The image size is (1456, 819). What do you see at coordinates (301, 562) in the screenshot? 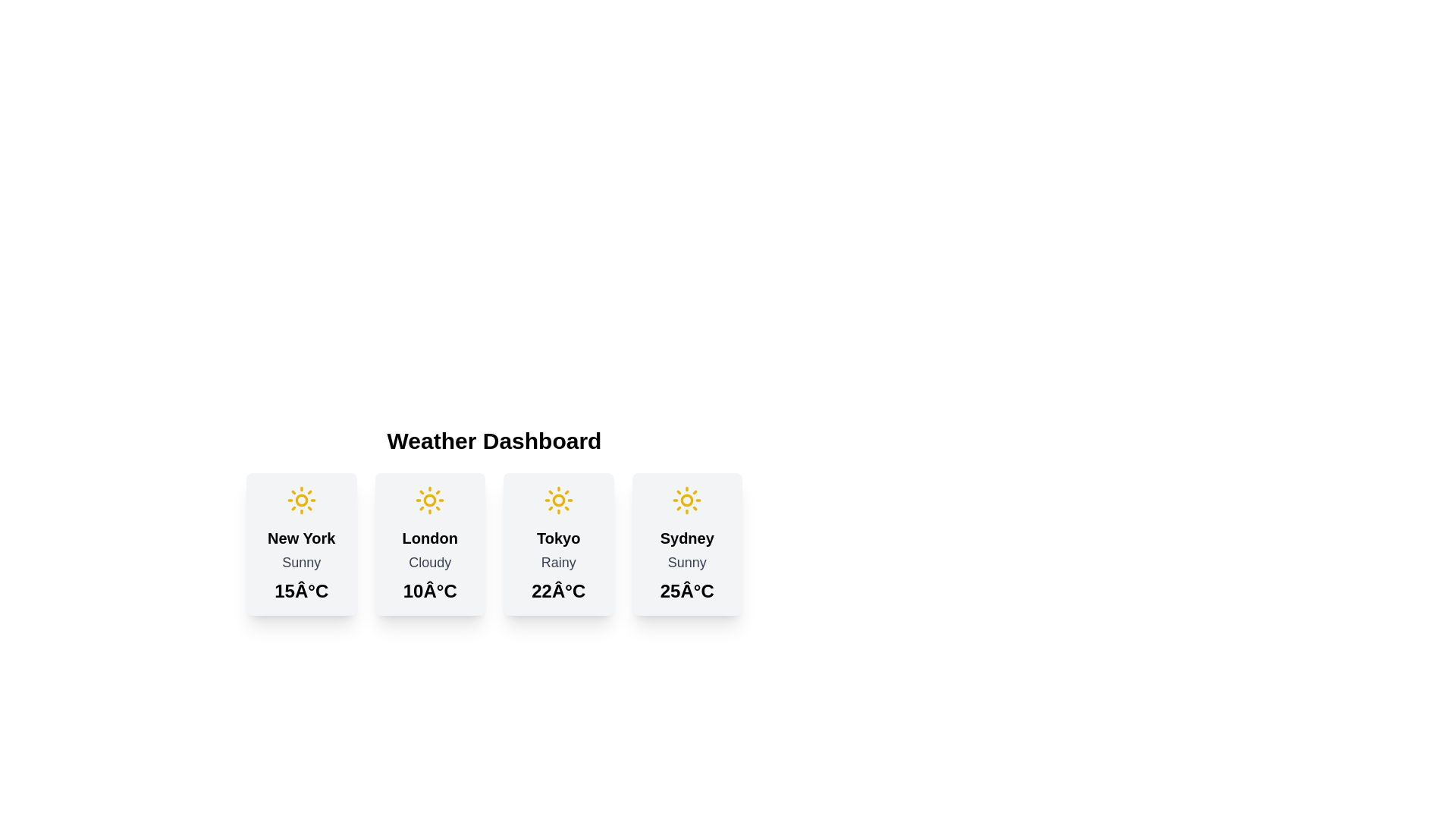
I see `the static text element that describes the weather condition for New York, which is located below the 'New York' heading and above the '15°C' temperature label within the weather card` at bounding box center [301, 562].